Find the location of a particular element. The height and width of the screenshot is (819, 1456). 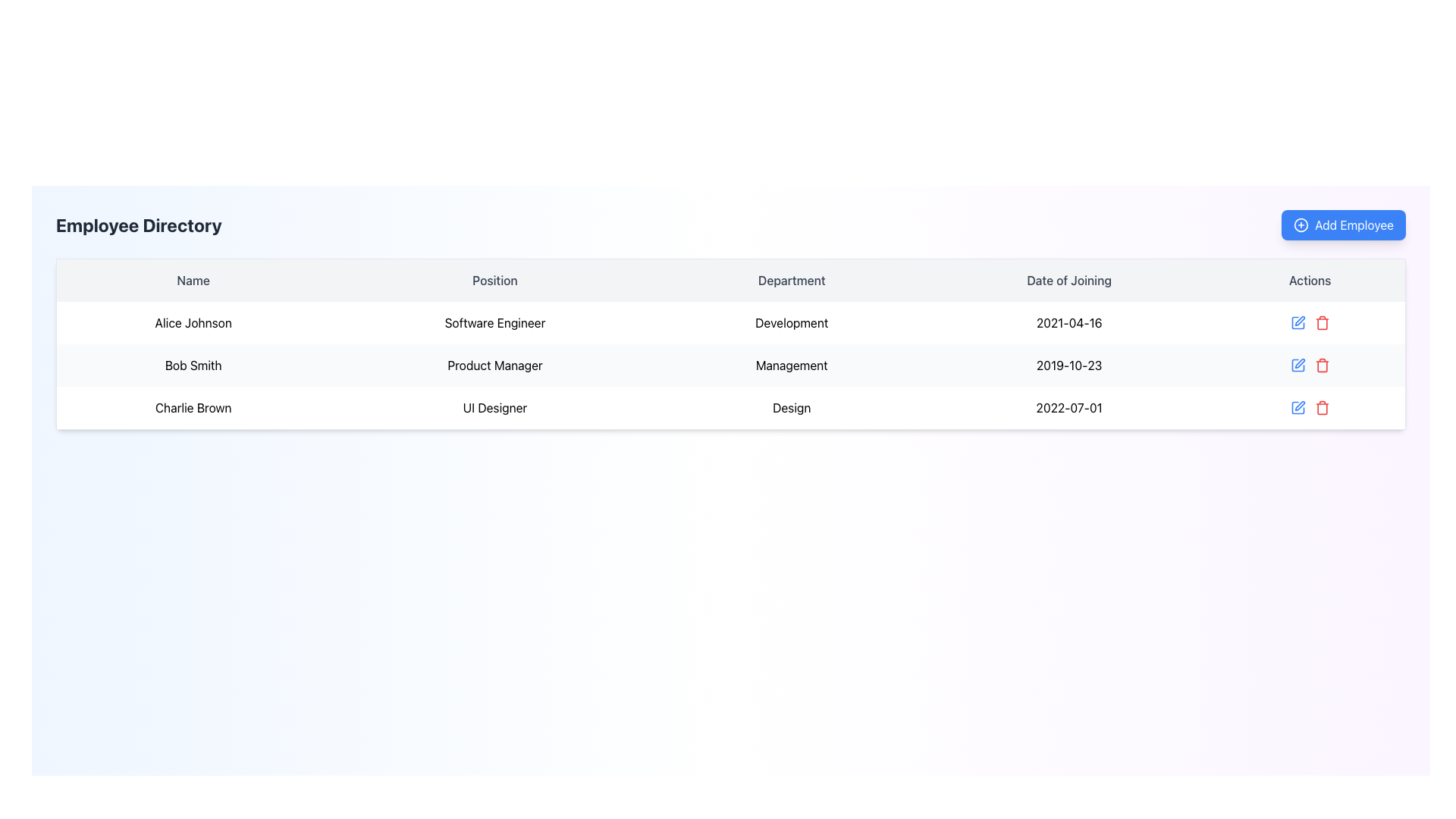

the icons or buttons contained in the action area of the fifth cell in the row for 'Bob Smith' in the 'Actions' column is located at coordinates (1310, 366).